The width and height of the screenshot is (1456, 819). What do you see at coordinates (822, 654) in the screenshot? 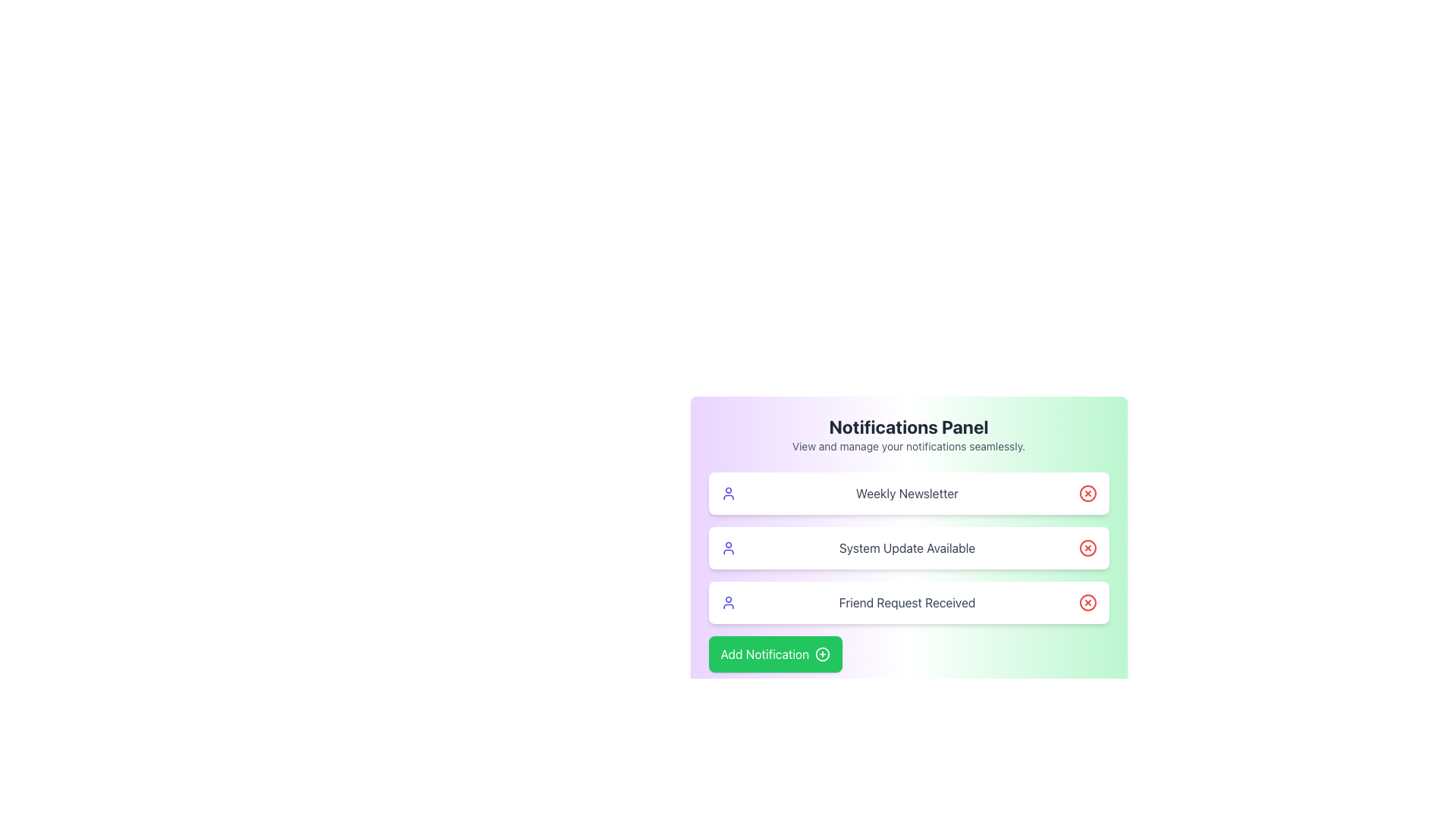
I see `the circular icon with a plus sign inside, which is centered to the right of the 'Add Notification' button` at bounding box center [822, 654].